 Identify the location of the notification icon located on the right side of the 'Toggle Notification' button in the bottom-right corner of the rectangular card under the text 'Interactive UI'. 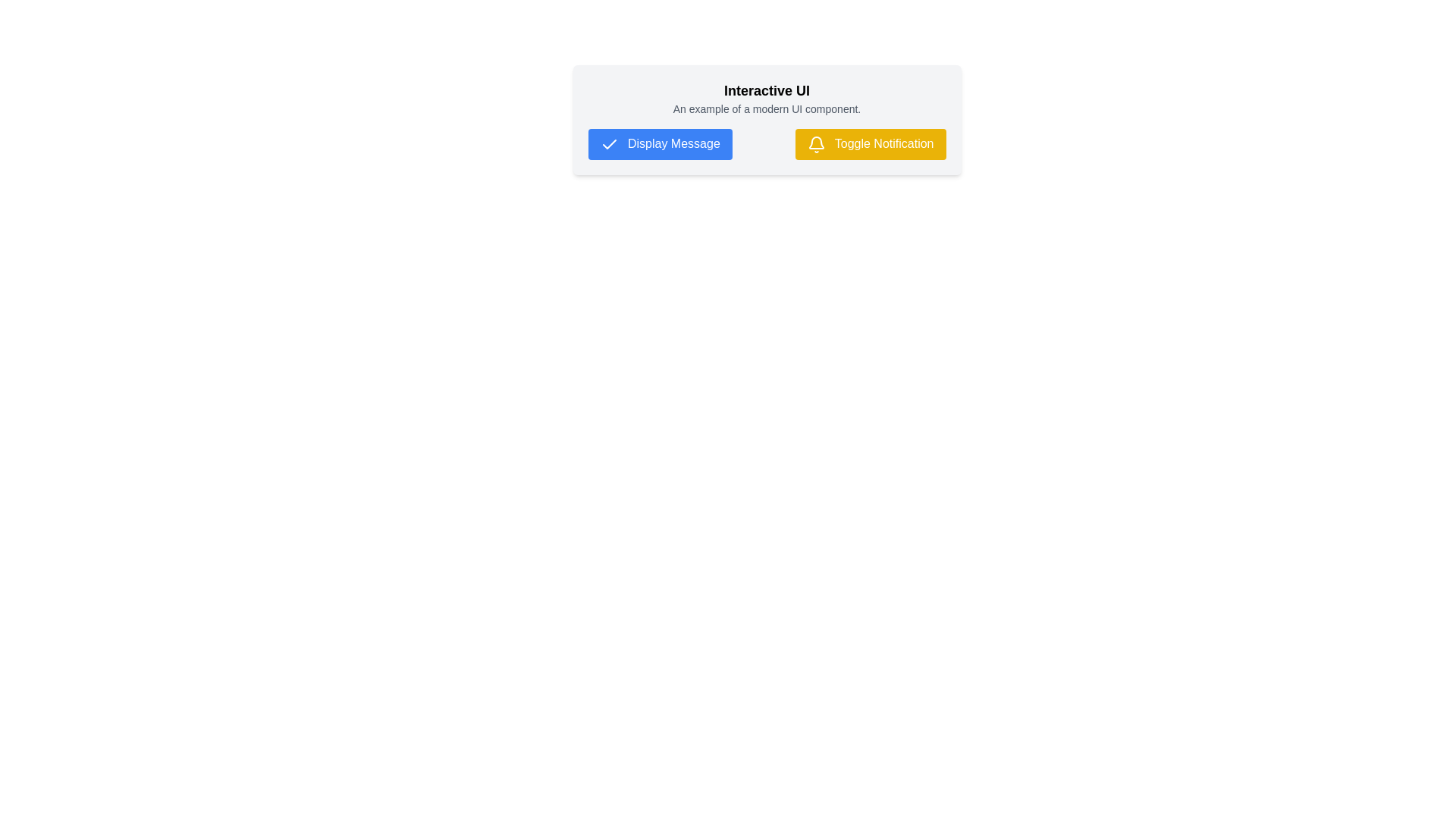
(815, 144).